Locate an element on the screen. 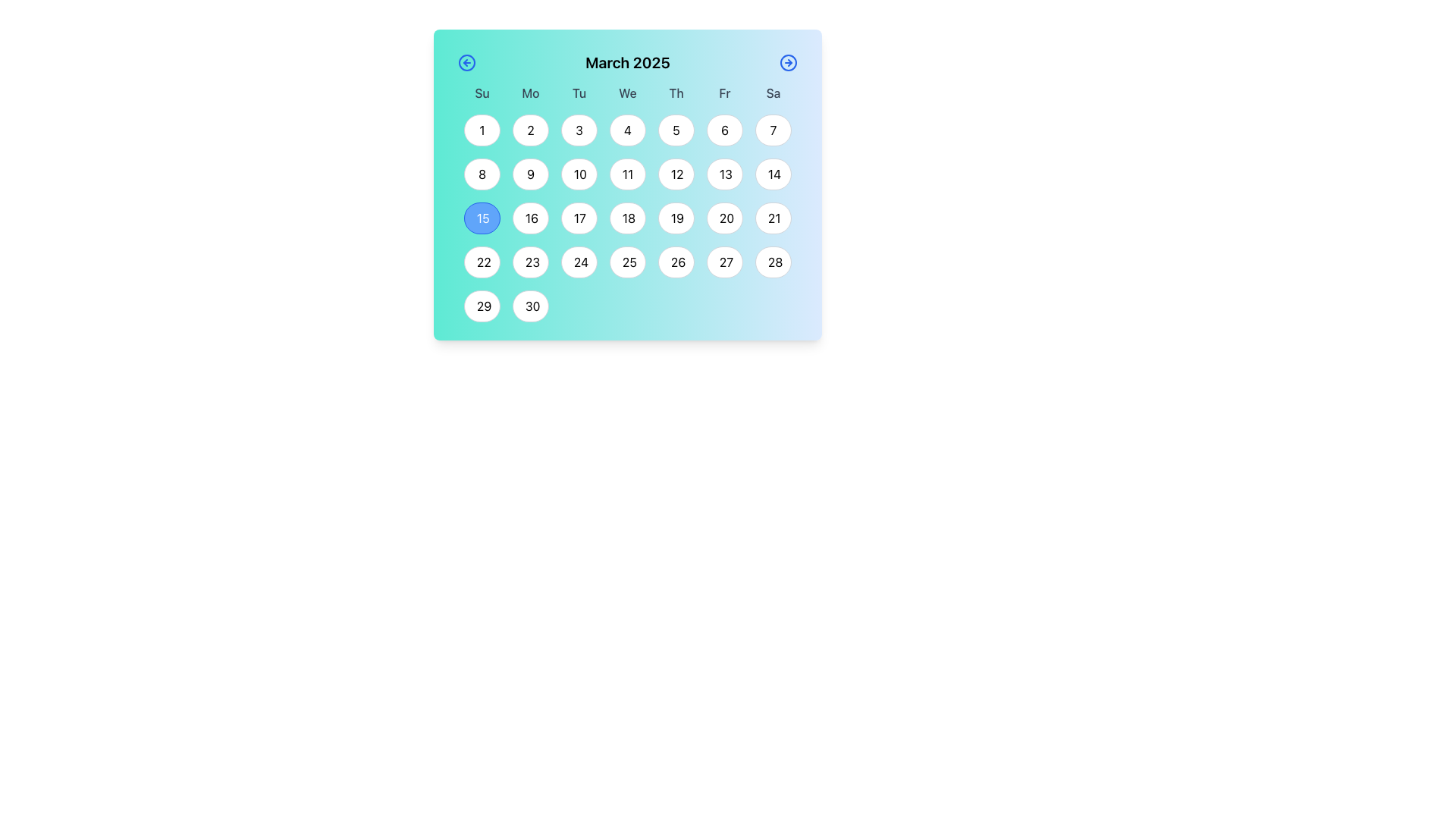  the circular button displaying the number '21' in the seventh column of the fourth row of the calendar grid for a visual effect is located at coordinates (773, 218).